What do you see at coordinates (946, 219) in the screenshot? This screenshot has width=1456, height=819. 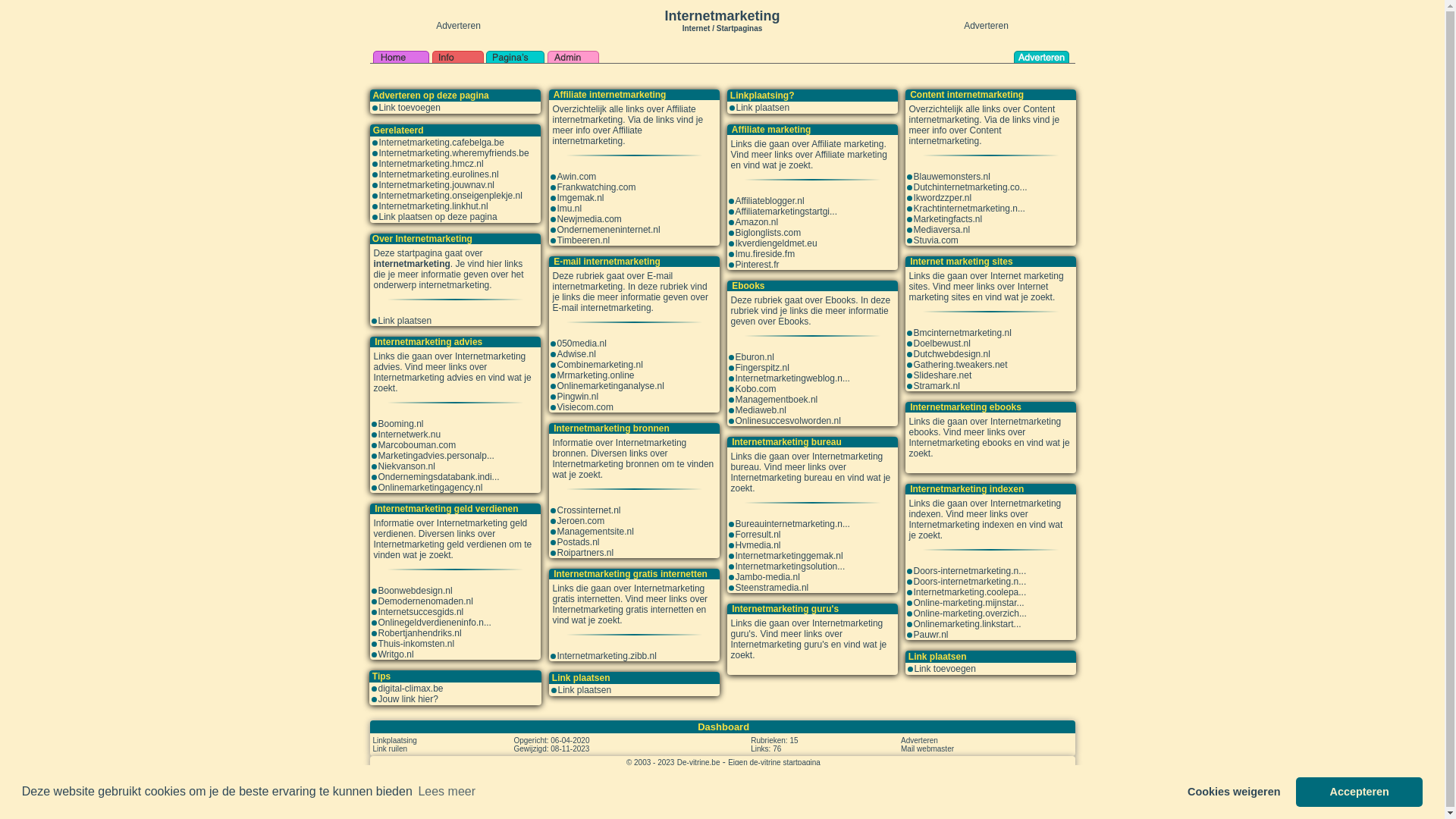 I see `'Marketingfacts.nl'` at bounding box center [946, 219].